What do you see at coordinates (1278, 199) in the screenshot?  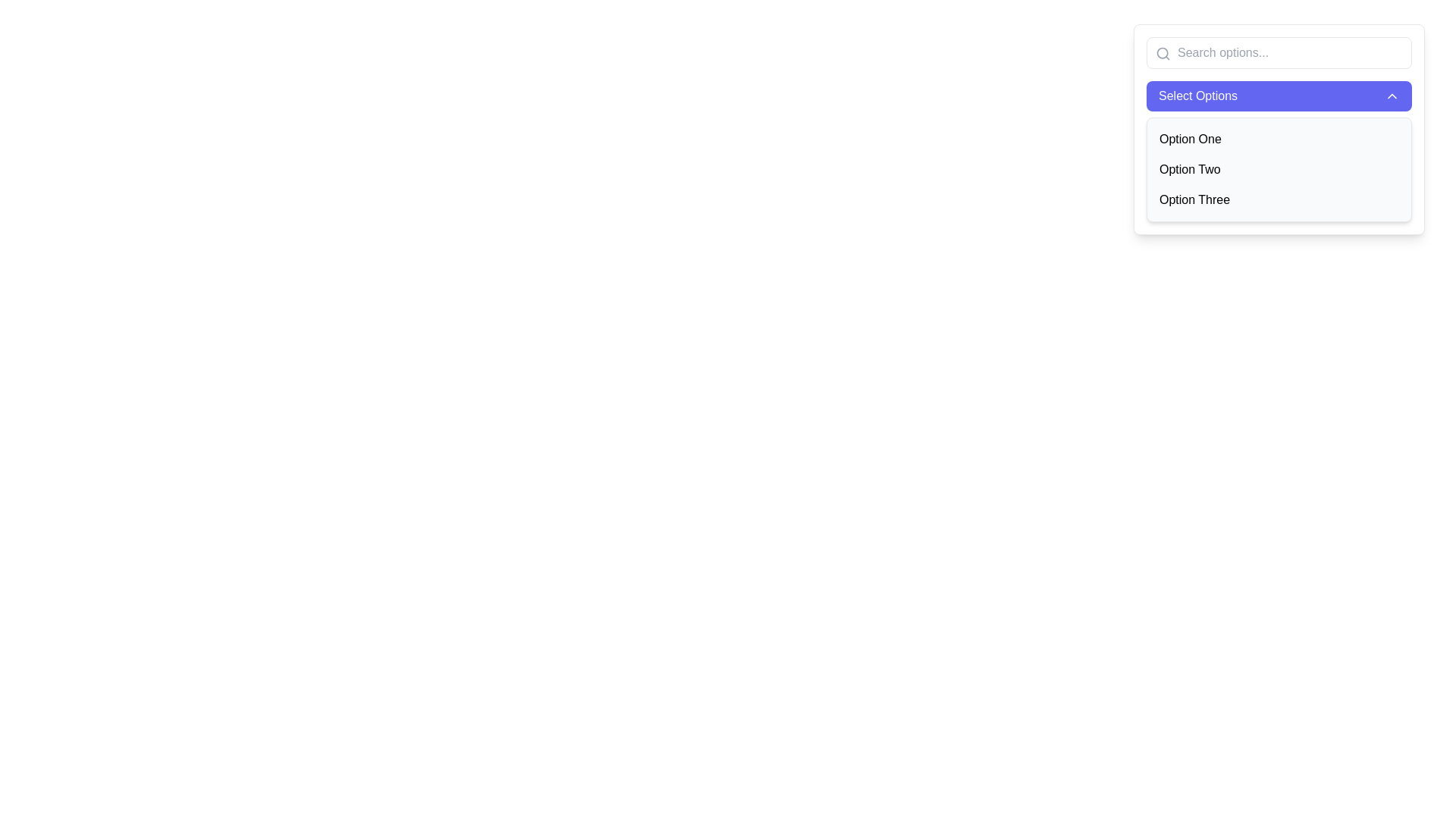 I see `to select the list item labeled 'Option Three', which is the third item in a vertical list displayed in bold font` at bounding box center [1278, 199].